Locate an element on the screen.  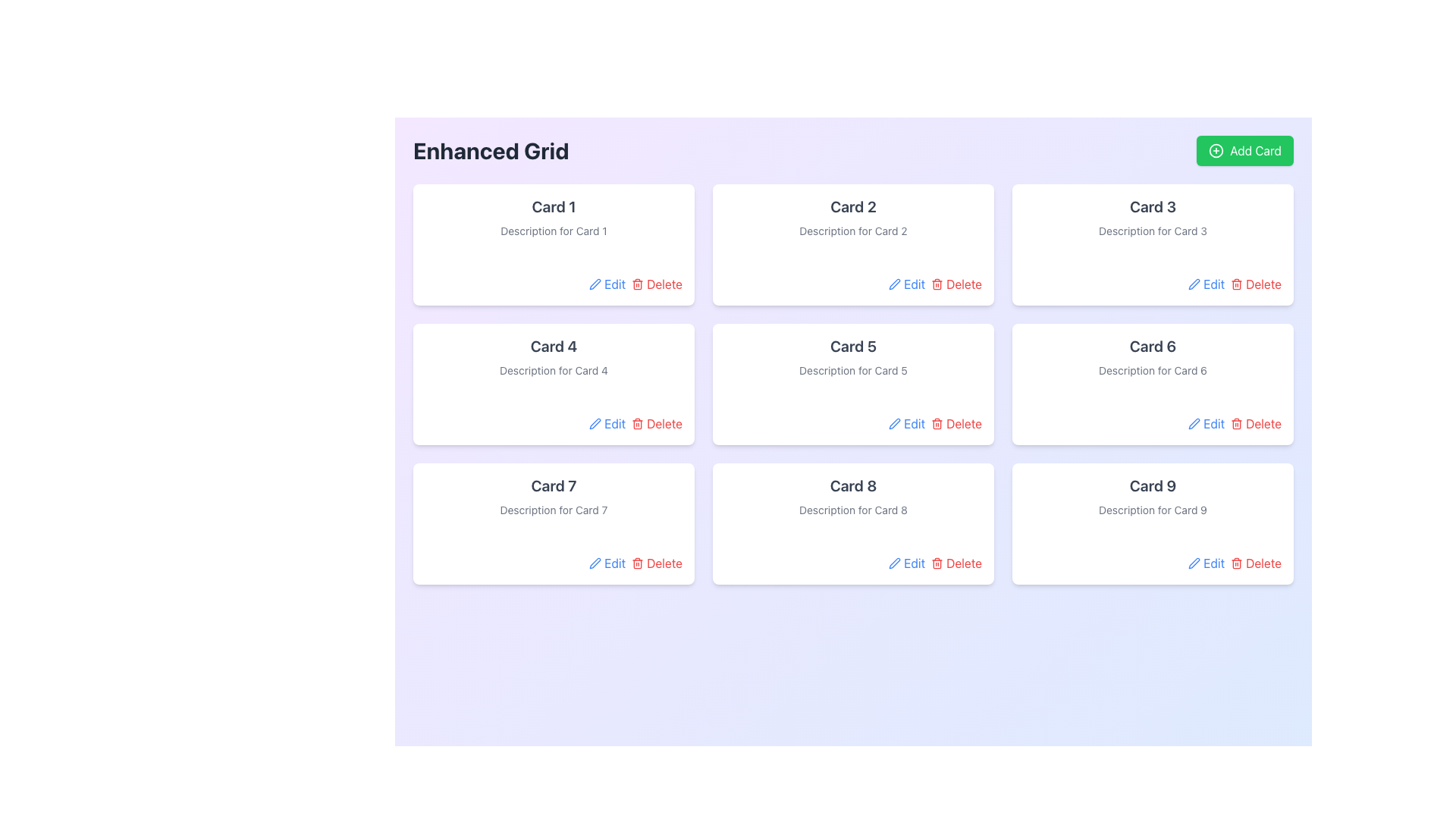
the text label 'Card 1' which is styled with a larger bold font and dark gray color, located at the top of the first card in the grid layout is located at coordinates (553, 207).